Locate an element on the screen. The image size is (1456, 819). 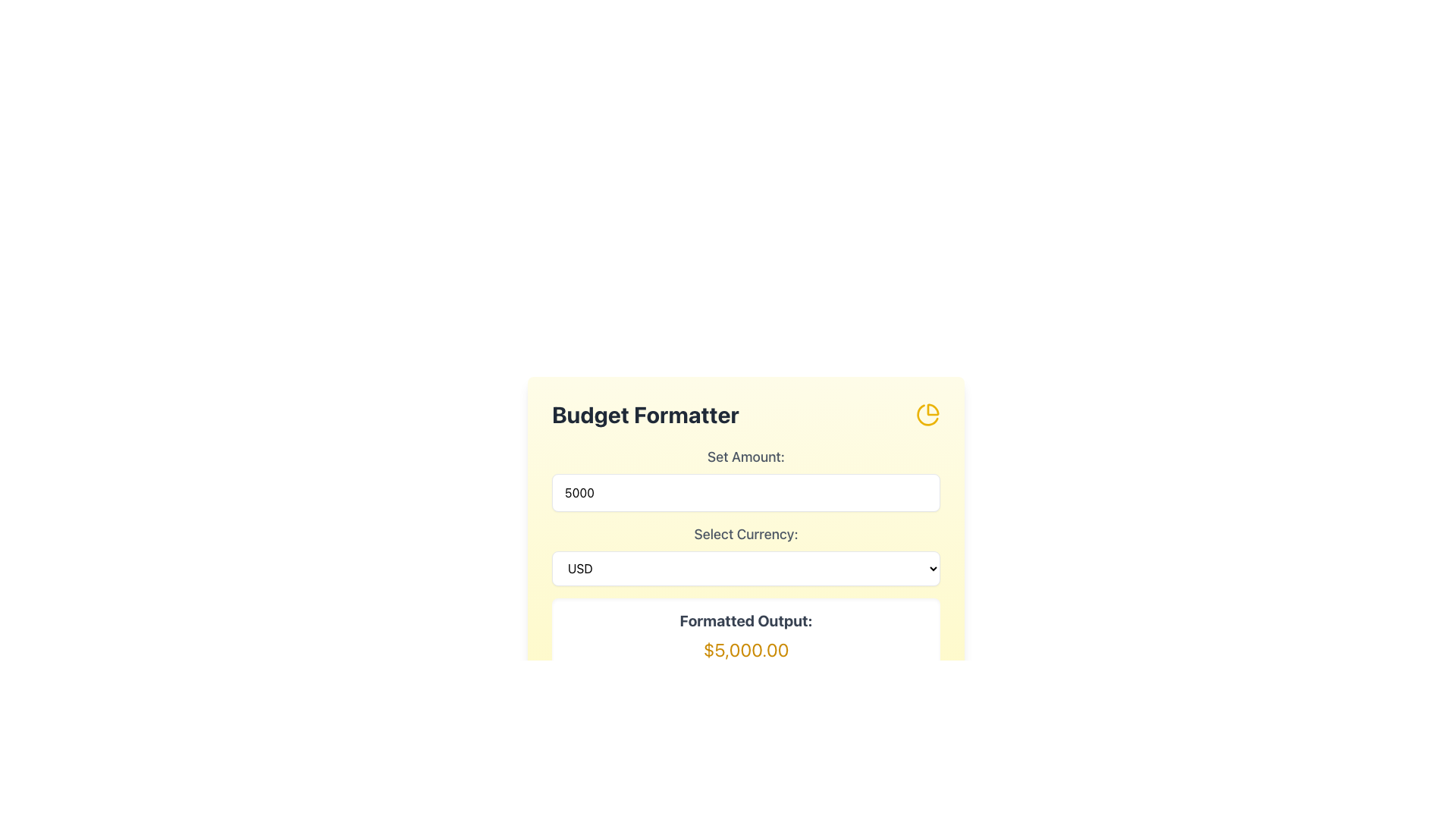
the decorative segment of the pie chart icon located in the upper-right area of the 'Budget Formatter' interface is located at coordinates (932, 409).